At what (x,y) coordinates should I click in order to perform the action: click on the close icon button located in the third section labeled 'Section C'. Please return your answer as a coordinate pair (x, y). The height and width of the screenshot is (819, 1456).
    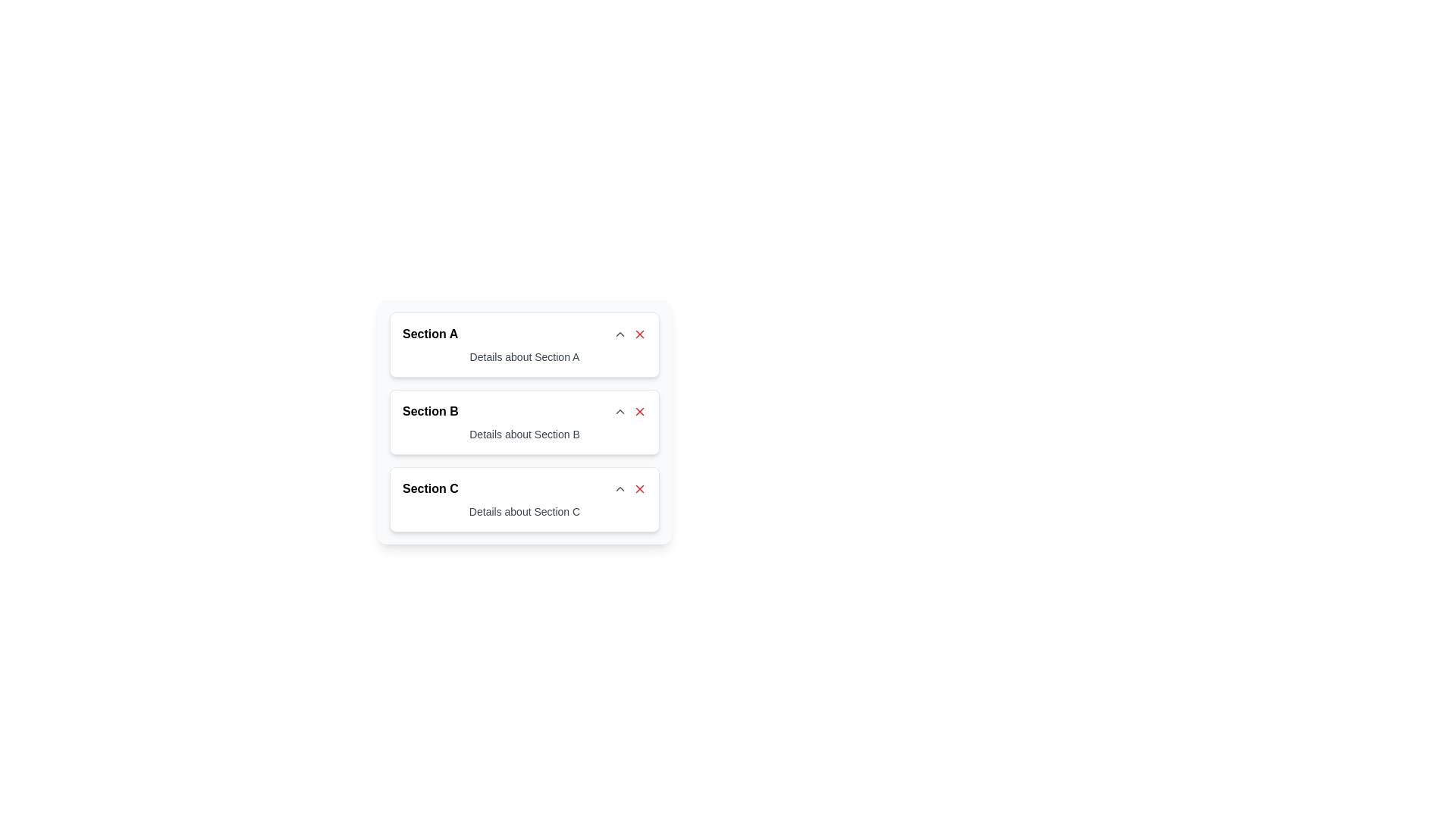
    Looking at the image, I should click on (640, 488).